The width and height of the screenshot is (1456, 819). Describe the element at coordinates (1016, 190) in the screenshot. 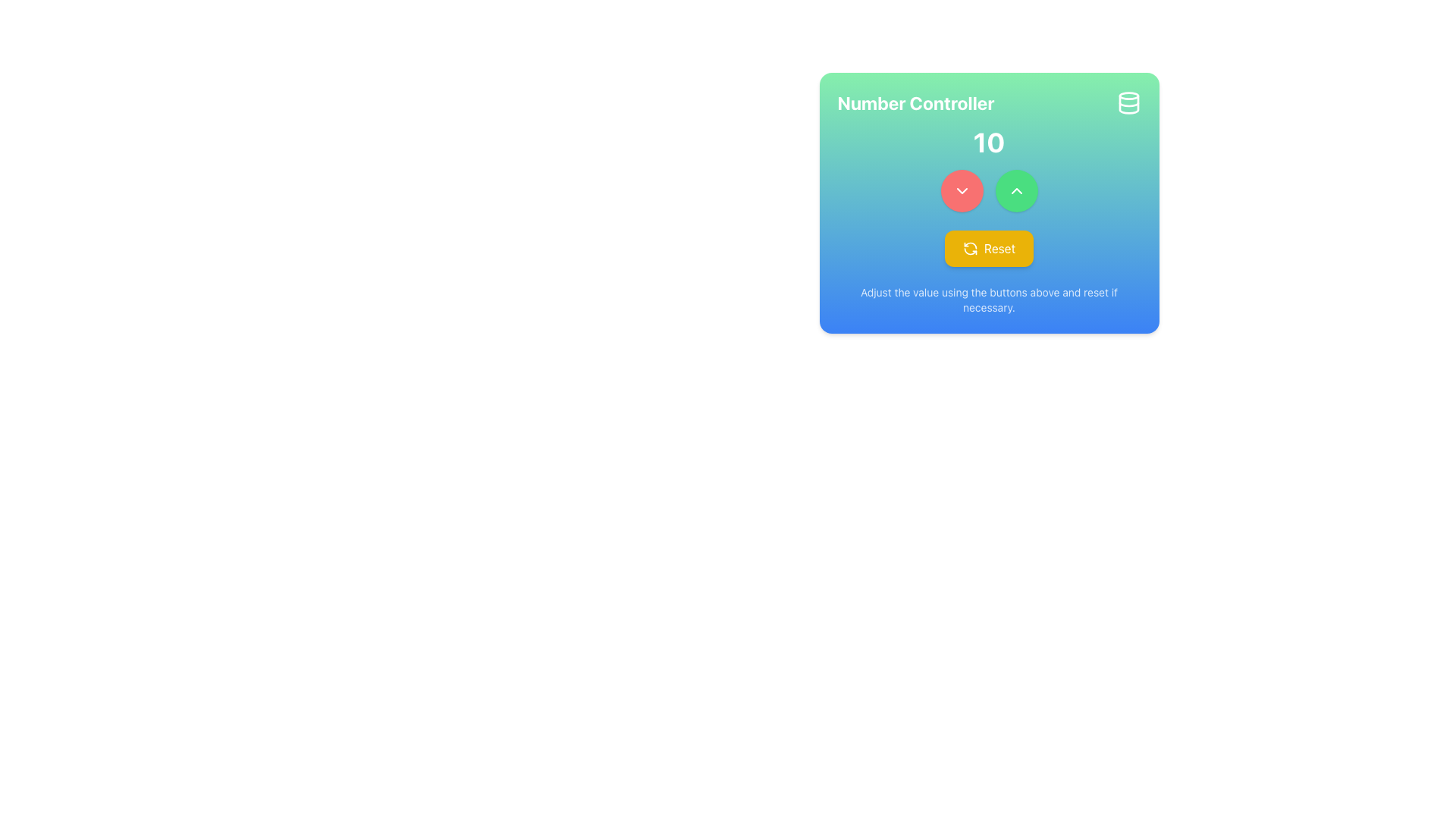

I see `the increment icon inside the green circular button located to the right of the numeric display '10' for feedback` at that location.